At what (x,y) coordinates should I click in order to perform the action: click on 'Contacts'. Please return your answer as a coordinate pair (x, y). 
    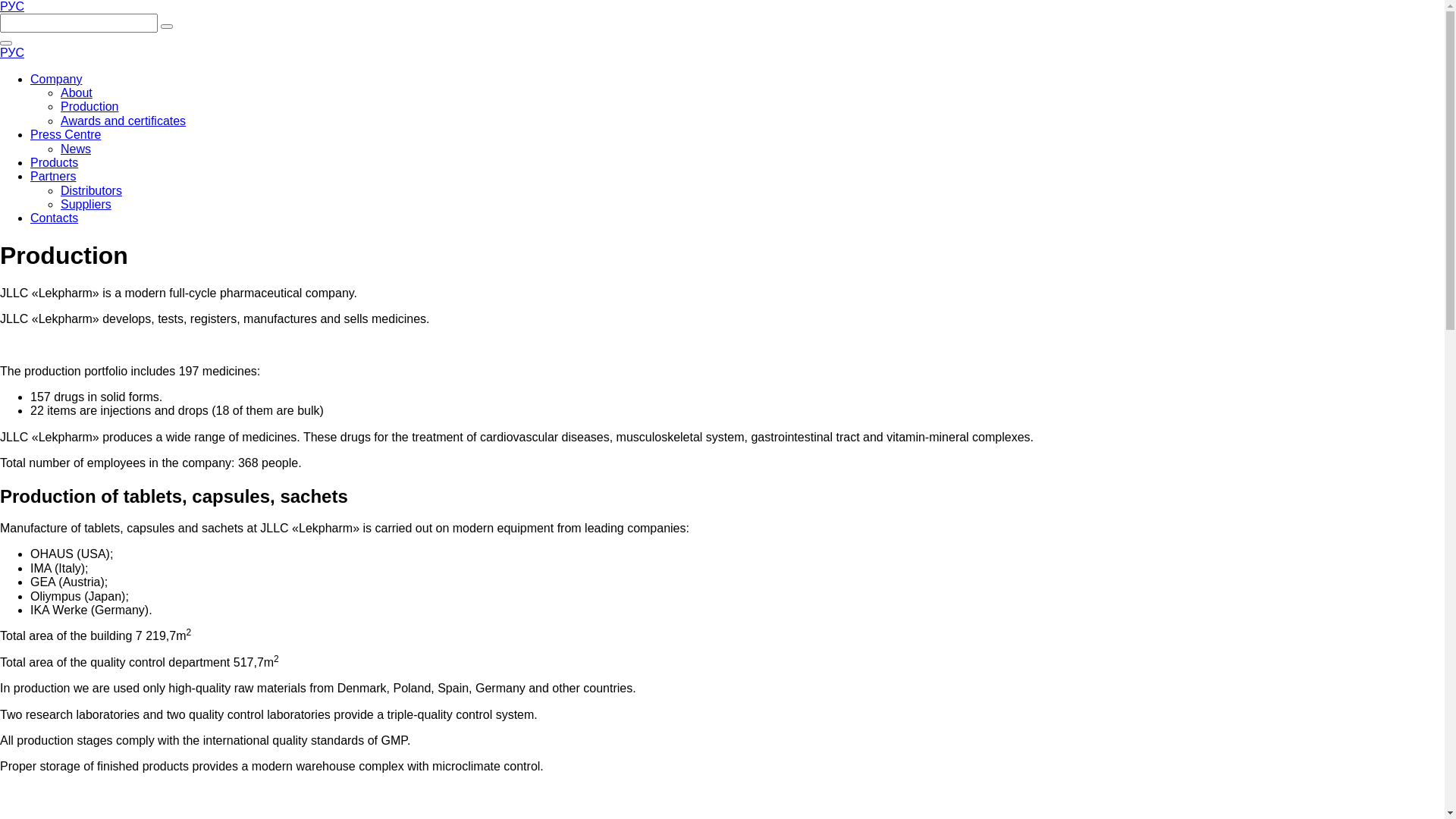
    Looking at the image, I should click on (54, 218).